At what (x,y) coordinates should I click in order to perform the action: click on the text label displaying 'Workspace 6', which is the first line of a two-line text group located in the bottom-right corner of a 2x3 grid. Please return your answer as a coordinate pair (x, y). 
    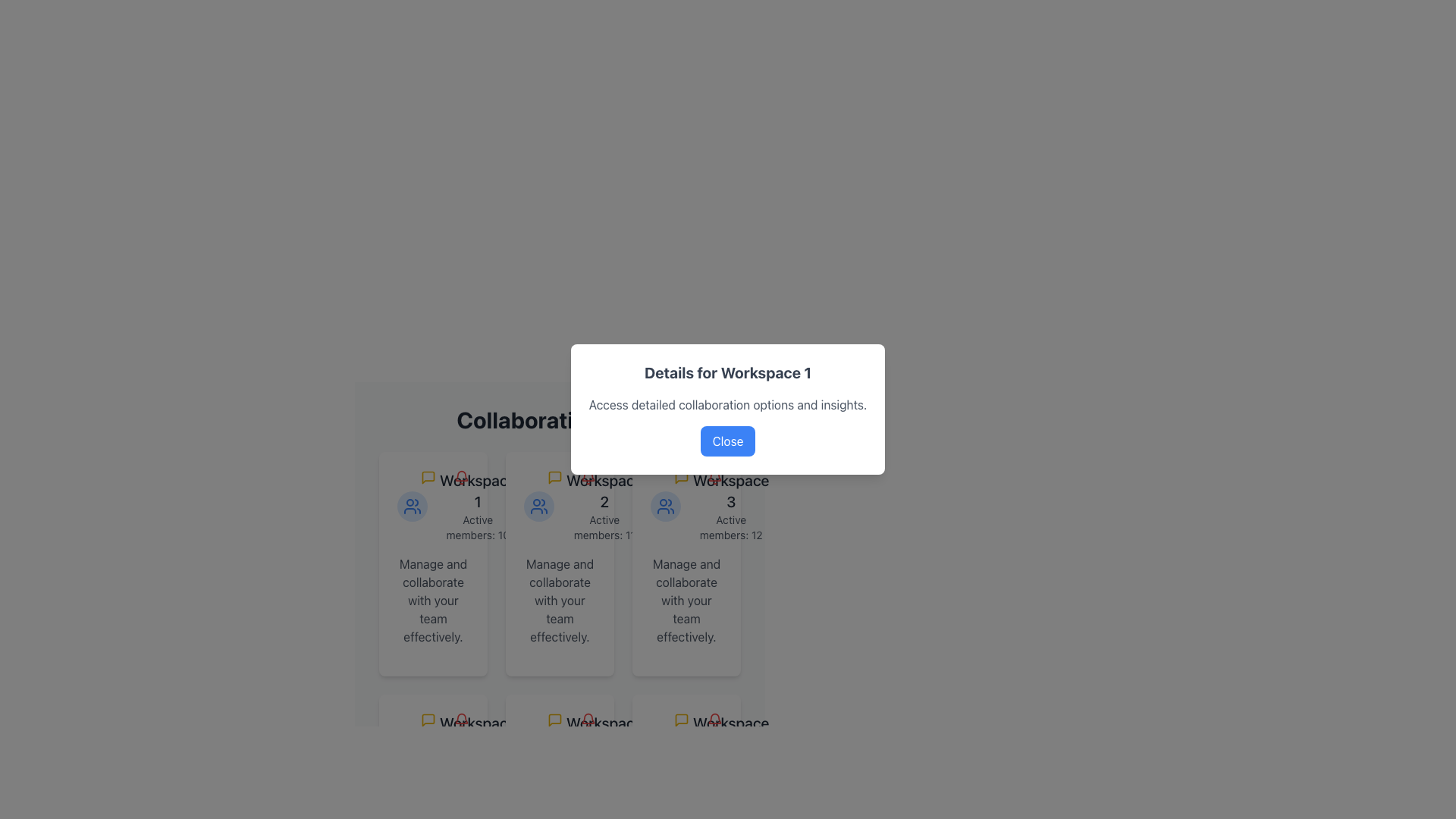
    Looking at the image, I should click on (731, 733).